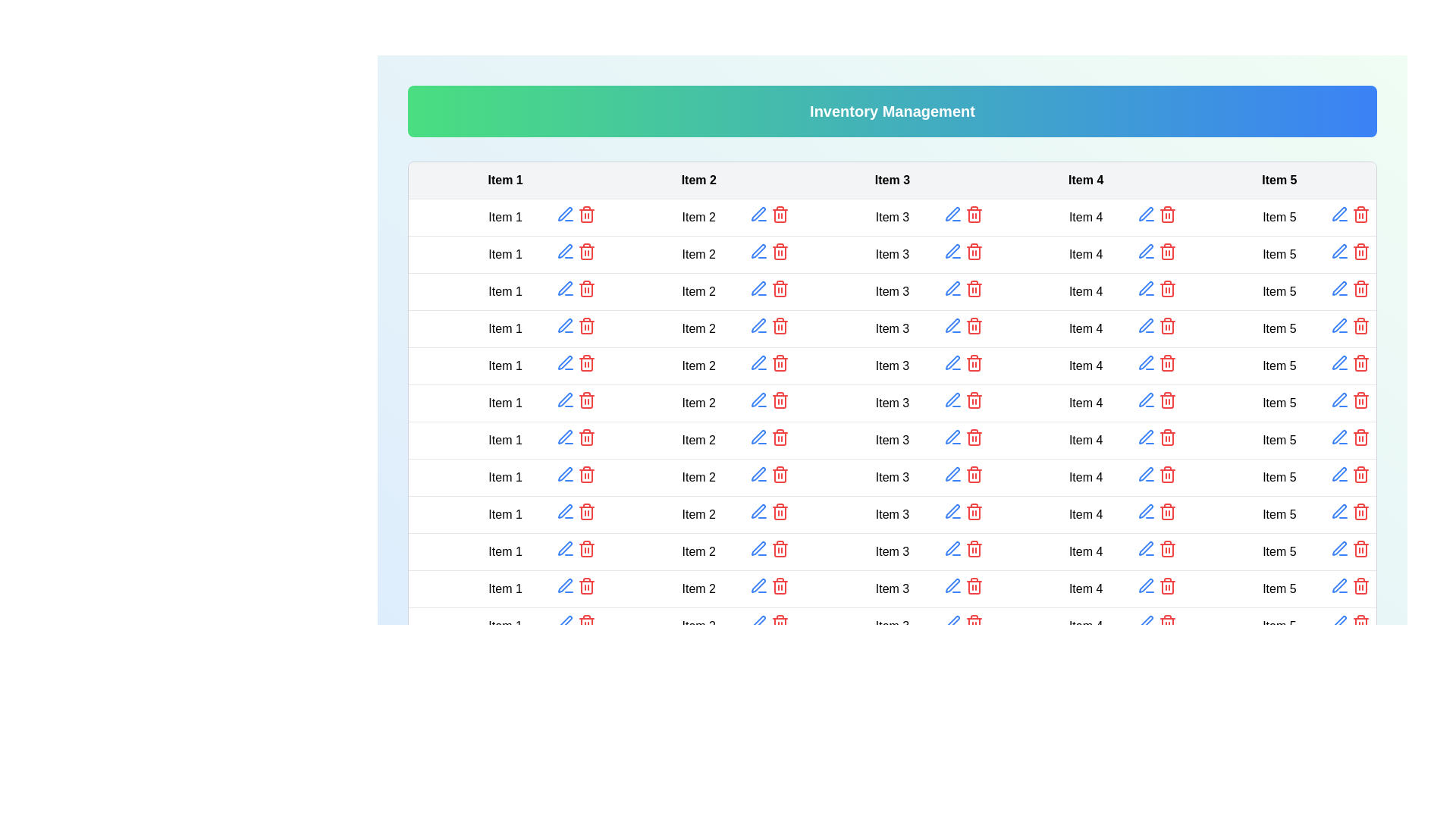 The height and width of the screenshot is (819, 1456). I want to click on the table header to sort the column by Item 3, so click(892, 180).